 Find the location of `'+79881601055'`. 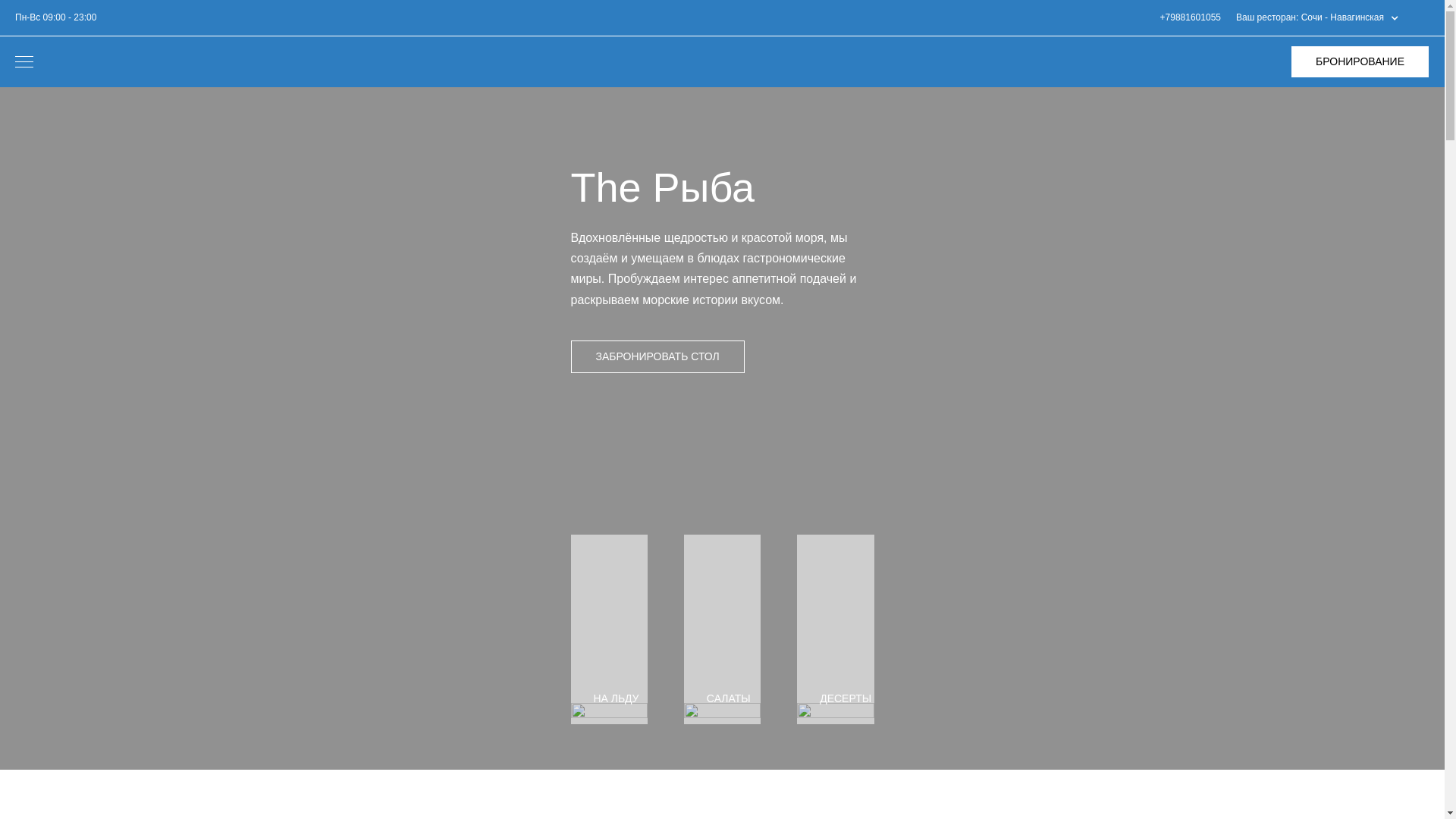

'+79881601055' is located at coordinates (1189, 17).